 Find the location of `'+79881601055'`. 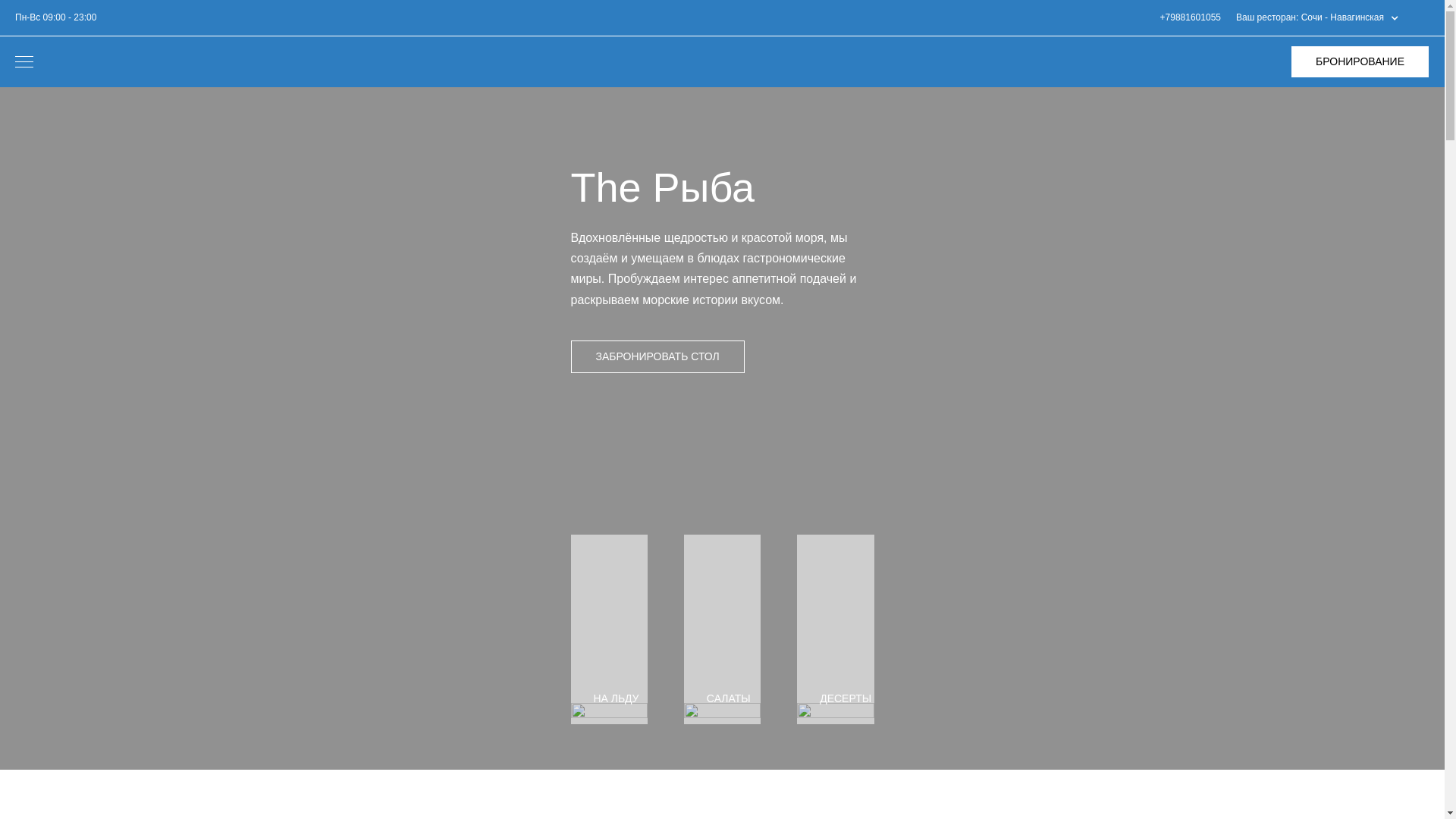

'+79881601055' is located at coordinates (1189, 17).